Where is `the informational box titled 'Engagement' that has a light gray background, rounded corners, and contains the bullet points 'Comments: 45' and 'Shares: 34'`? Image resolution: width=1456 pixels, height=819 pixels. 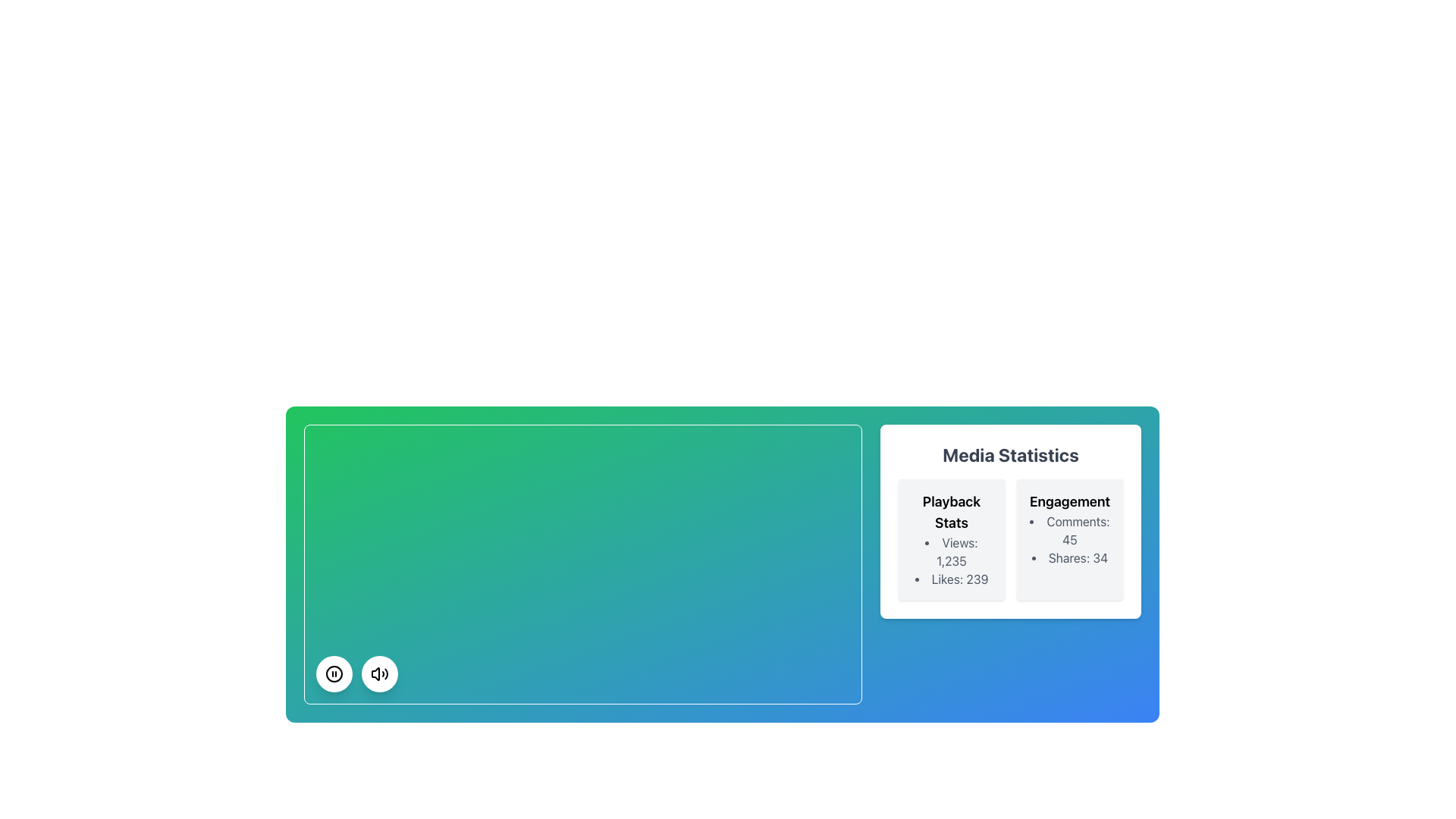 the informational box titled 'Engagement' that has a light gray background, rounded corners, and contains the bullet points 'Comments: 45' and 'Shares: 34' is located at coordinates (1069, 539).